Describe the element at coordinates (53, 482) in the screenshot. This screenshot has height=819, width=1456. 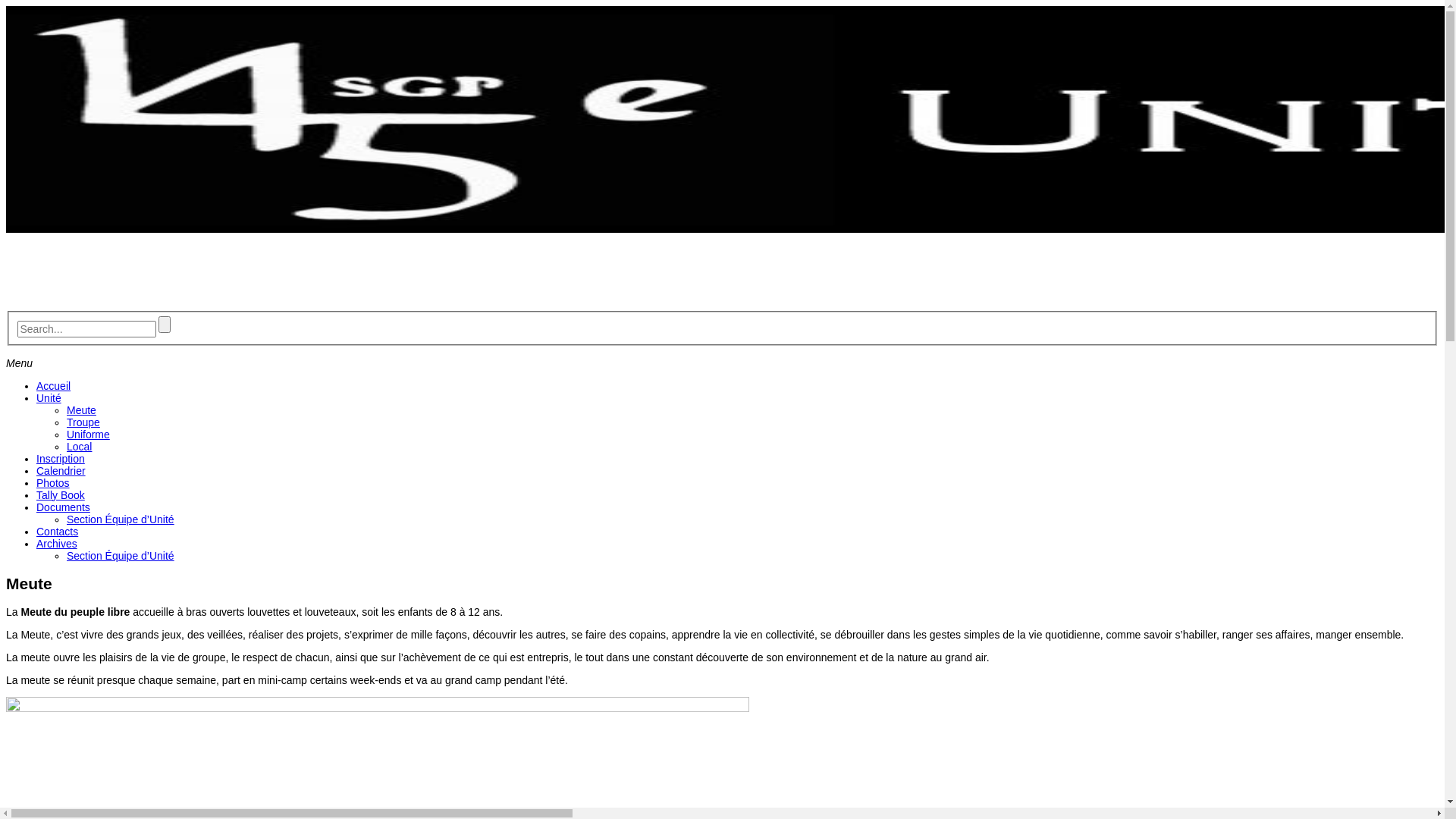
I see `'Photos'` at that location.